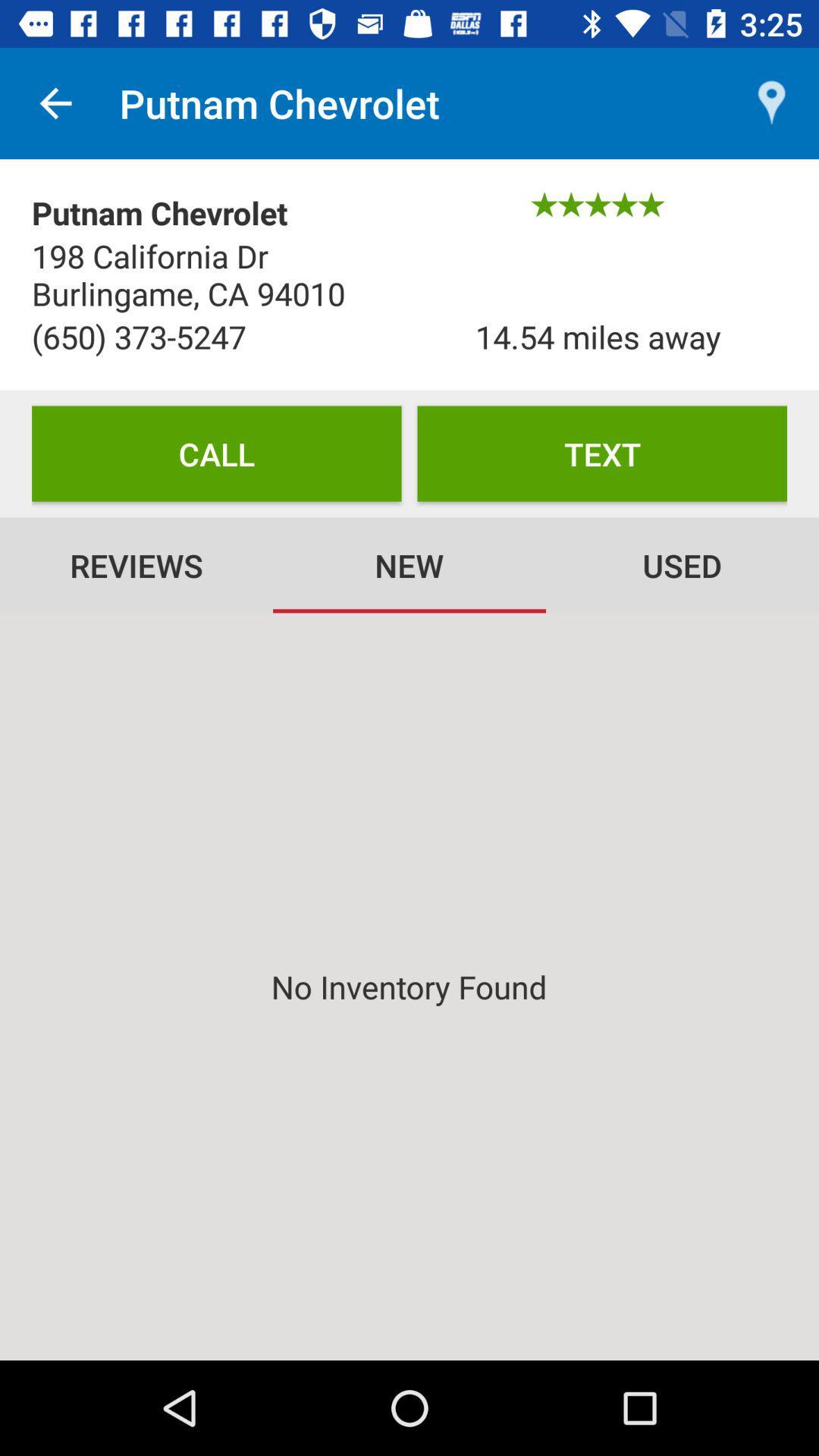  I want to click on the call, so click(216, 453).